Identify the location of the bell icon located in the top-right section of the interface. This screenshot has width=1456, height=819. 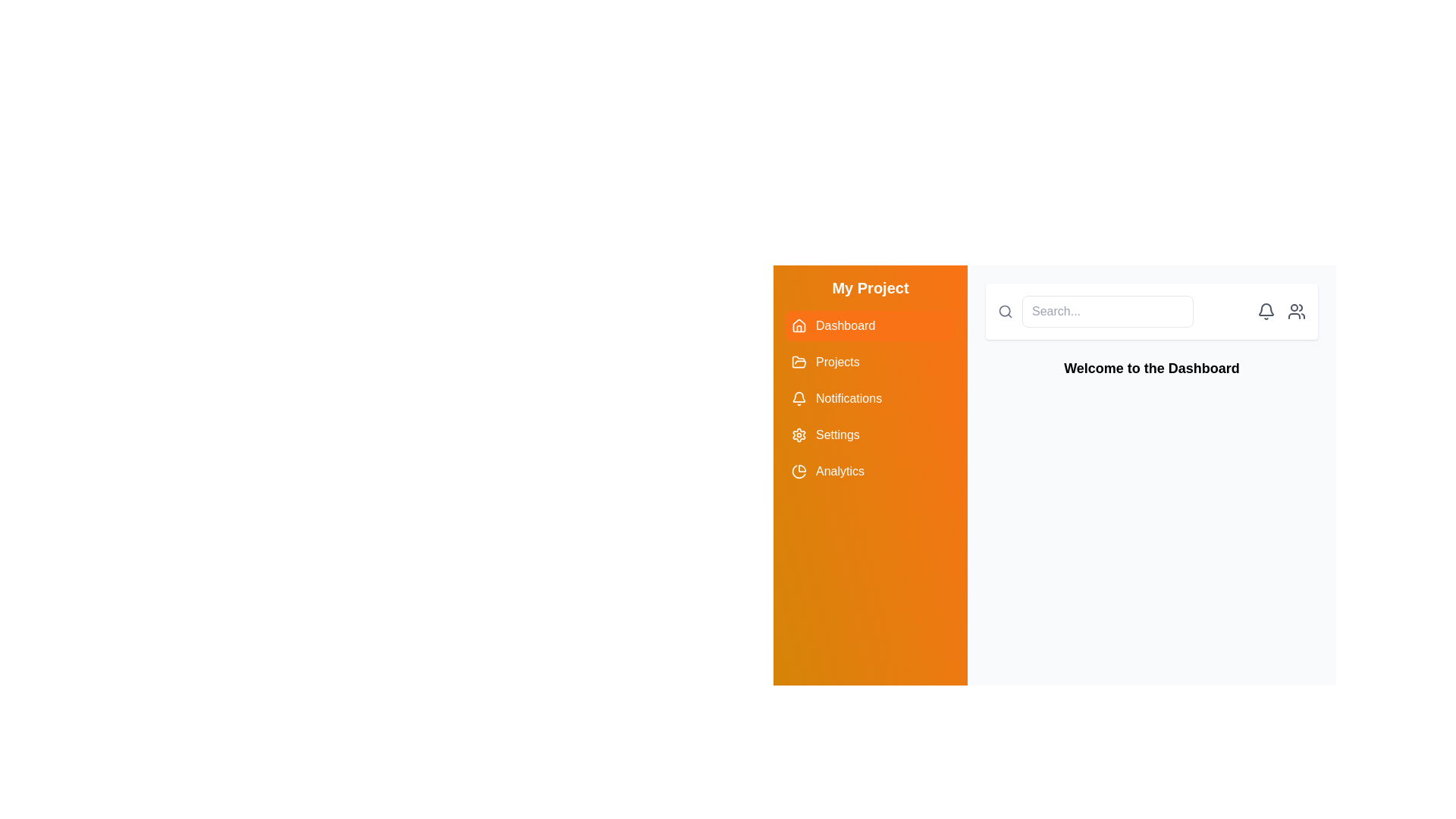
(1266, 311).